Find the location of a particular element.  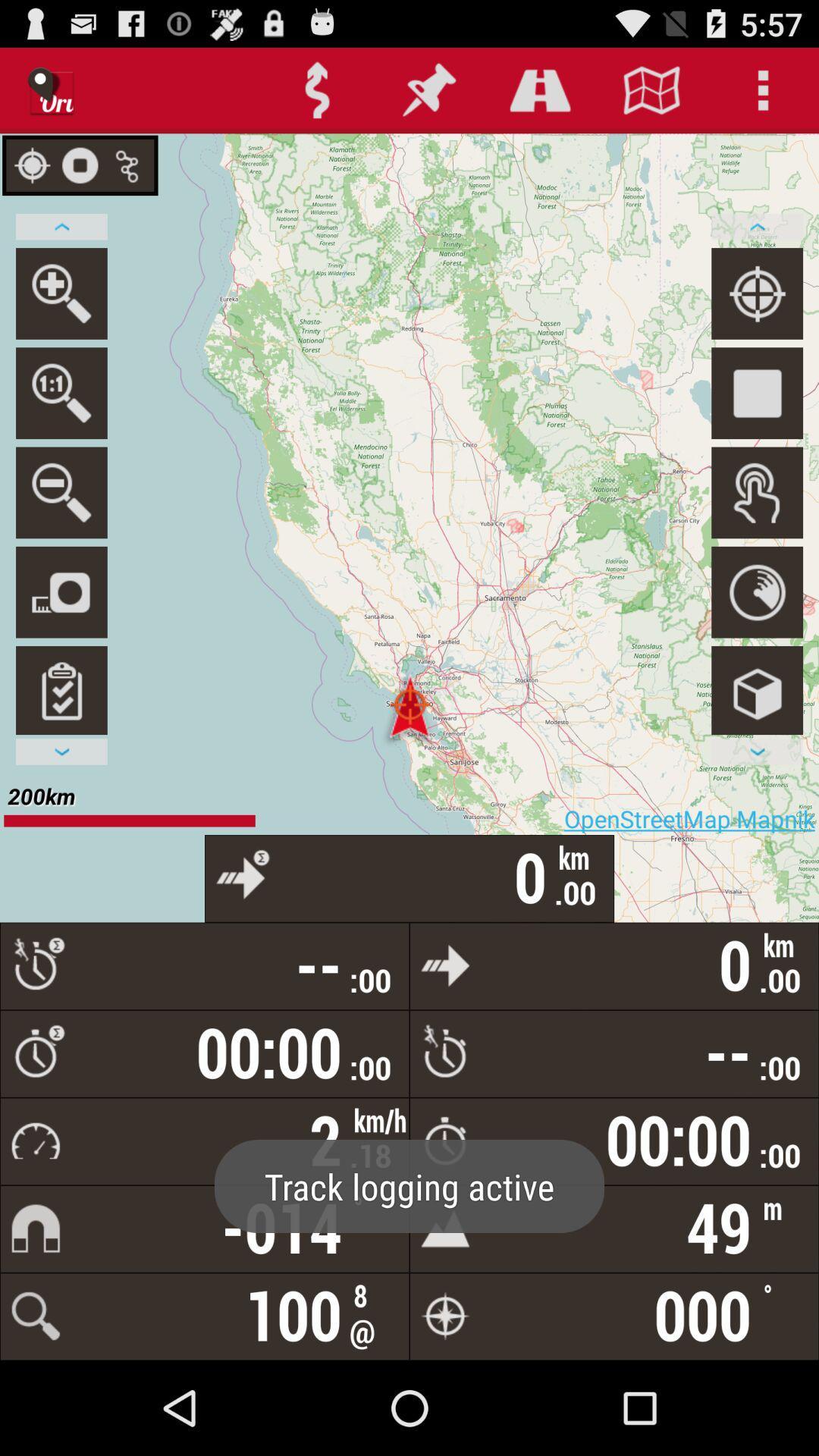

the search icon is located at coordinates (61, 421).